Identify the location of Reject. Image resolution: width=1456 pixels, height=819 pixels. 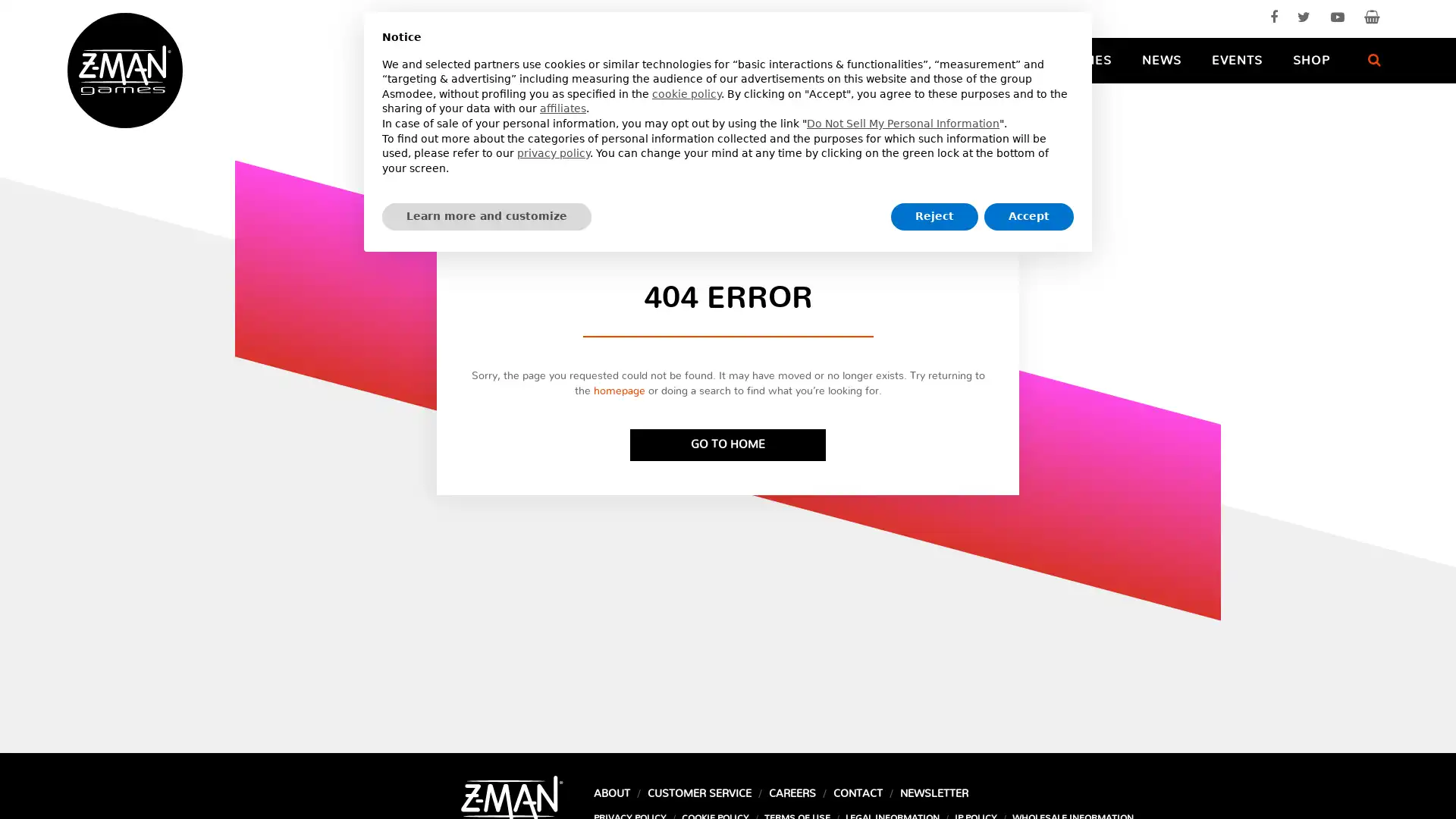
(934, 216).